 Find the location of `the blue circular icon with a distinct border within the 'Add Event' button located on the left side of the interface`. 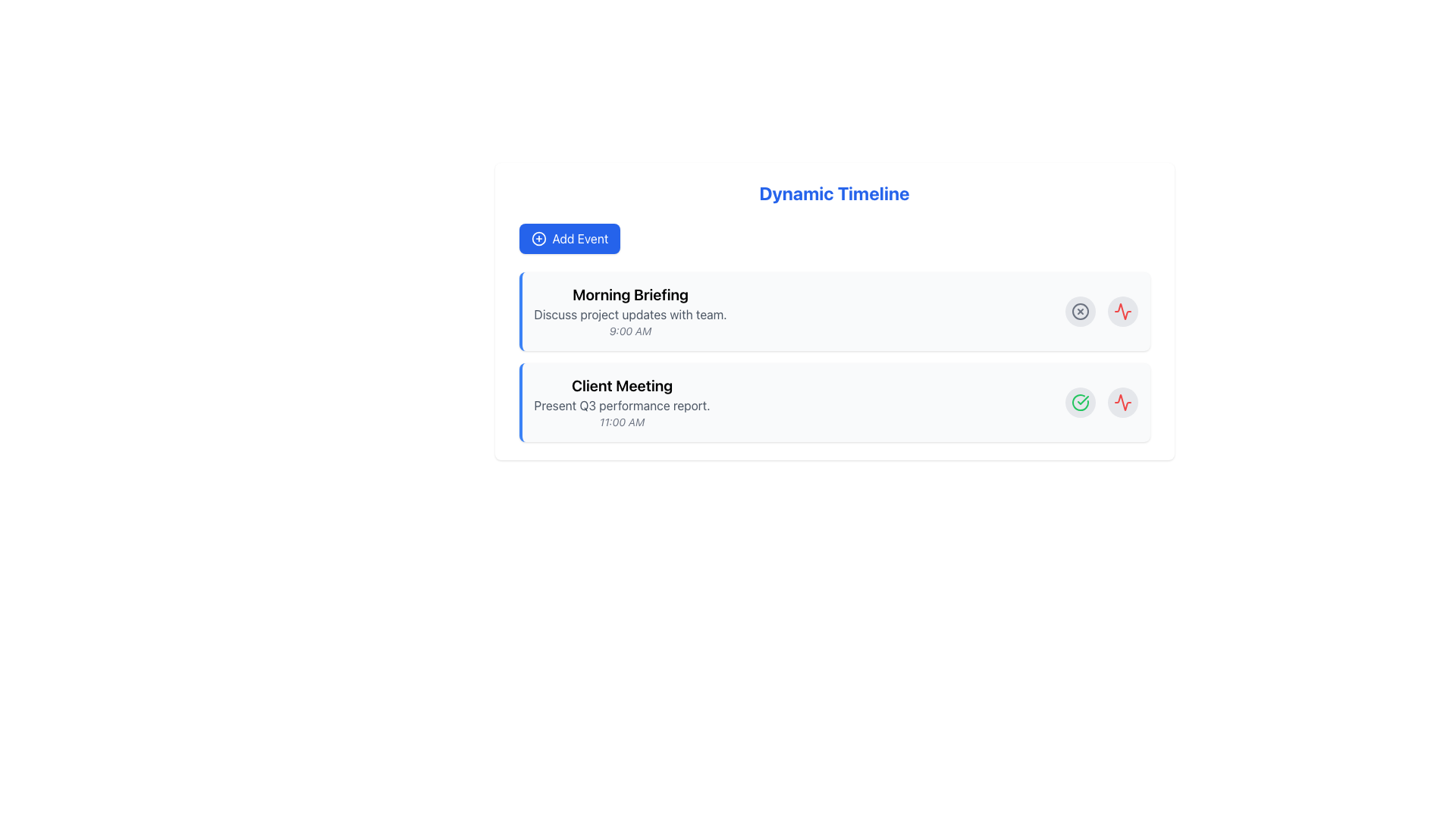

the blue circular icon with a distinct border within the 'Add Event' button located on the left side of the interface is located at coordinates (538, 239).